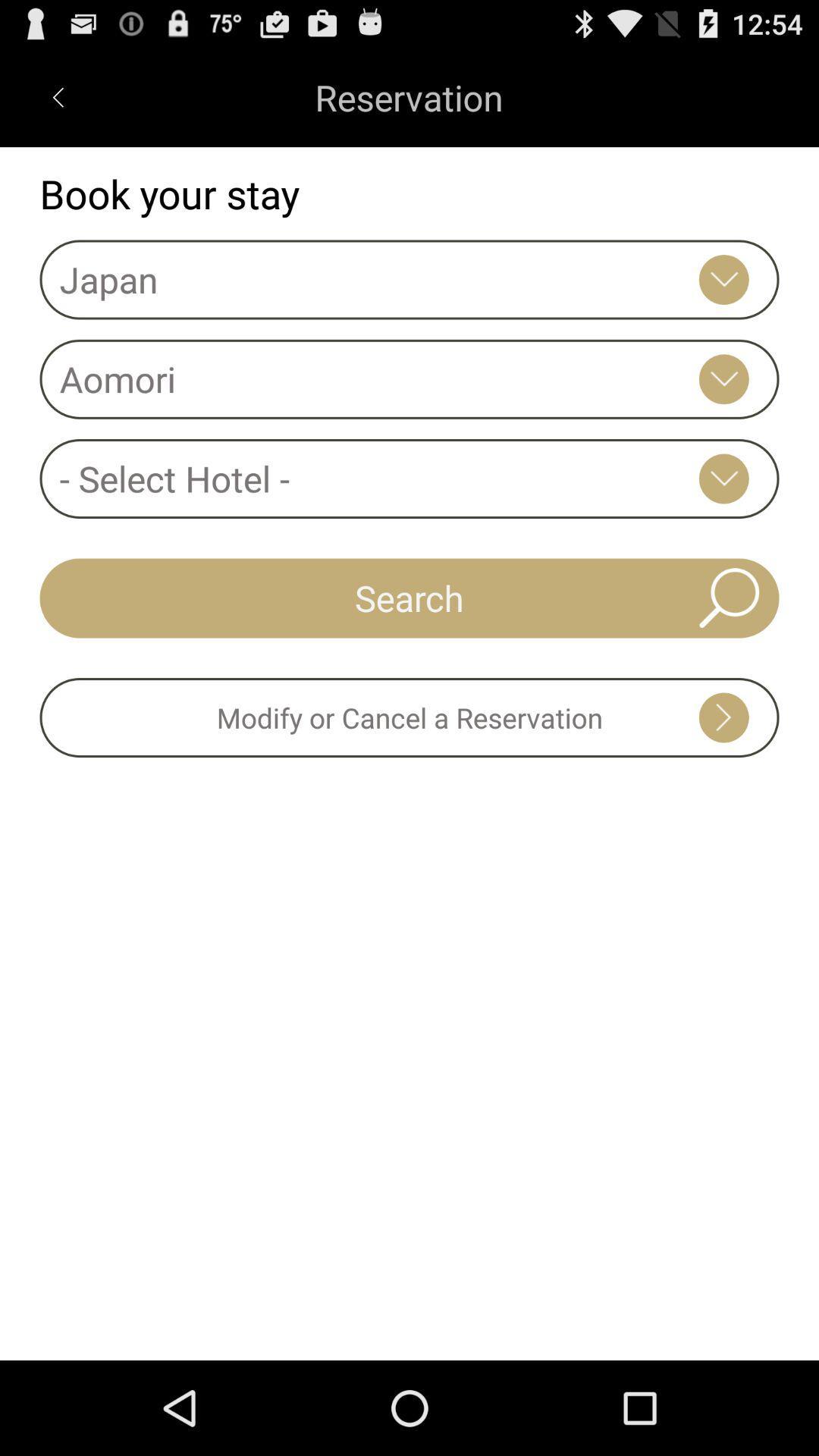 This screenshot has height=1456, width=819. I want to click on the 2nd scroll down icon, so click(723, 378).